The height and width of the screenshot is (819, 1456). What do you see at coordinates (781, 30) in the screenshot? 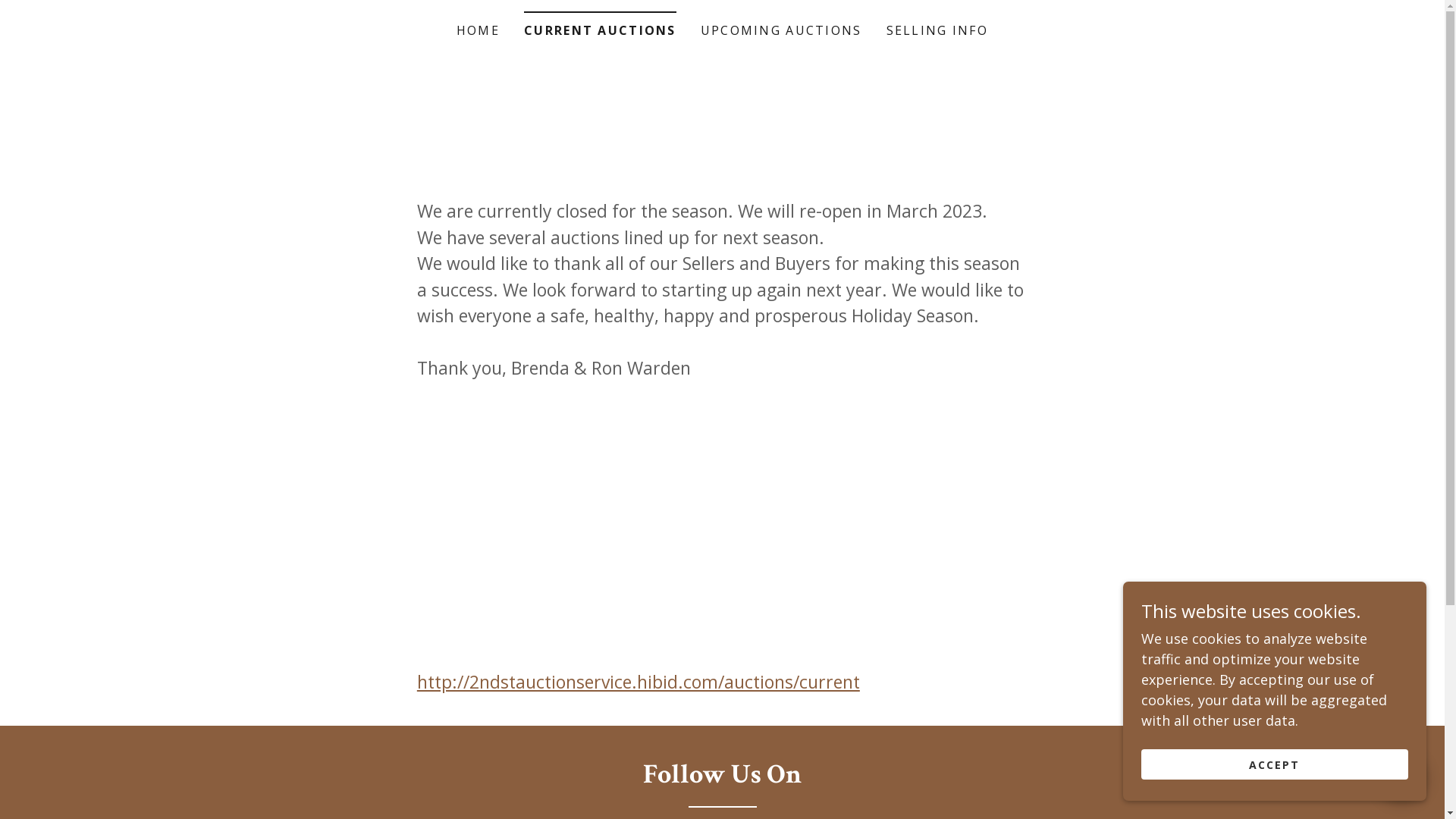
I see `'UPCOMING AUCTIONS'` at bounding box center [781, 30].